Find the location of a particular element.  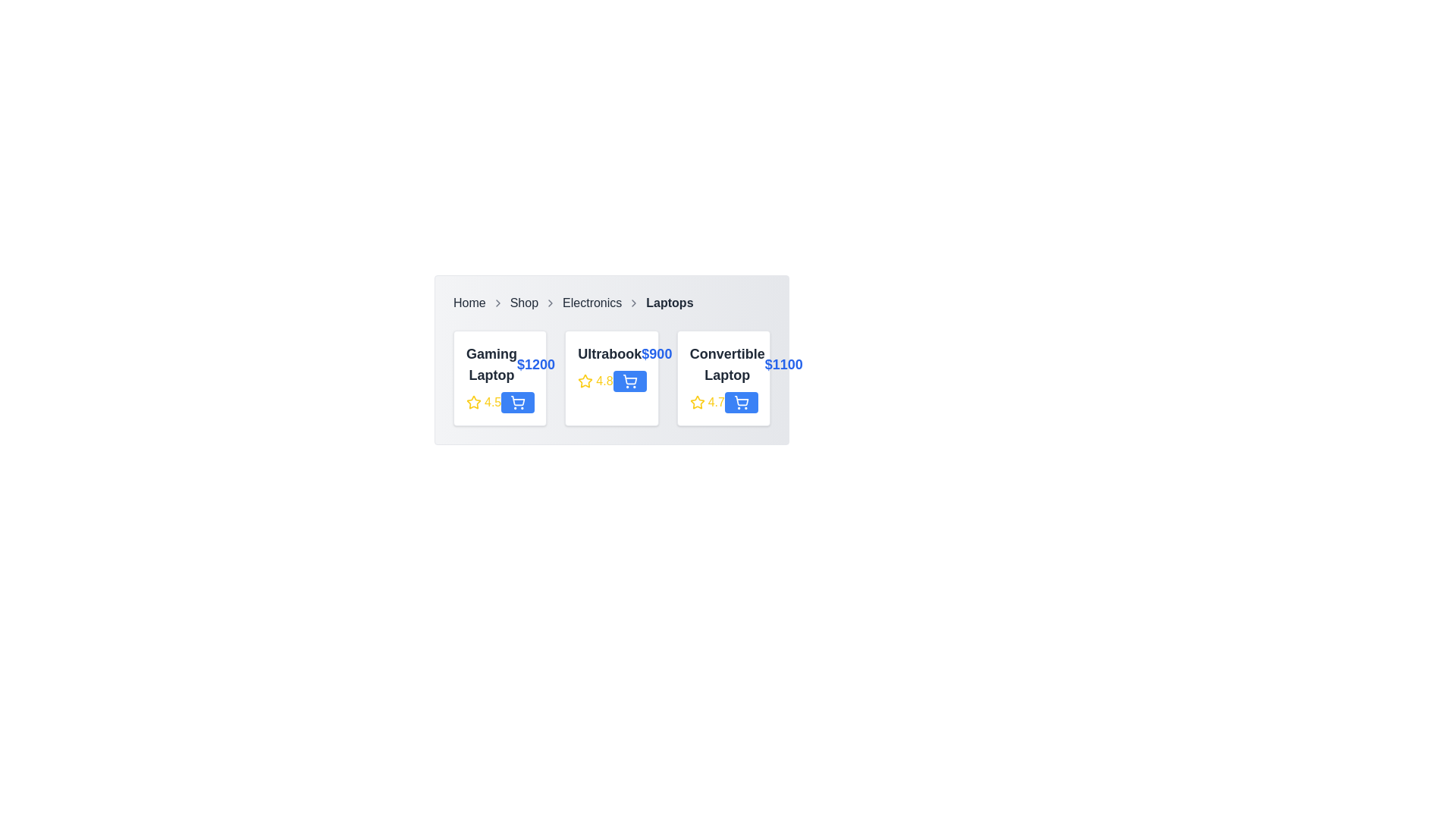

any action button within the centrally located Grid Layout that presents laptop items with titles, prices, ratings, and action buttons is located at coordinates (611, 377).